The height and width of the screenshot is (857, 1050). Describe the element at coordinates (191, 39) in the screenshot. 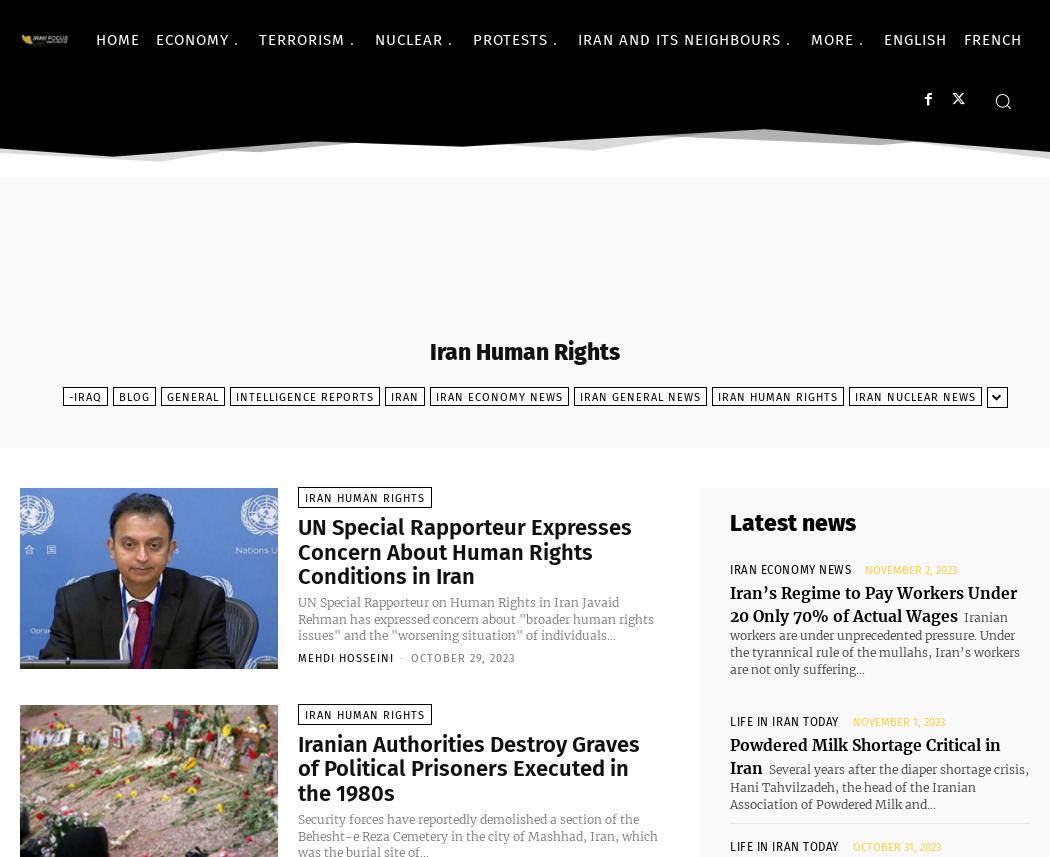

I see `'Economy'` at that location.